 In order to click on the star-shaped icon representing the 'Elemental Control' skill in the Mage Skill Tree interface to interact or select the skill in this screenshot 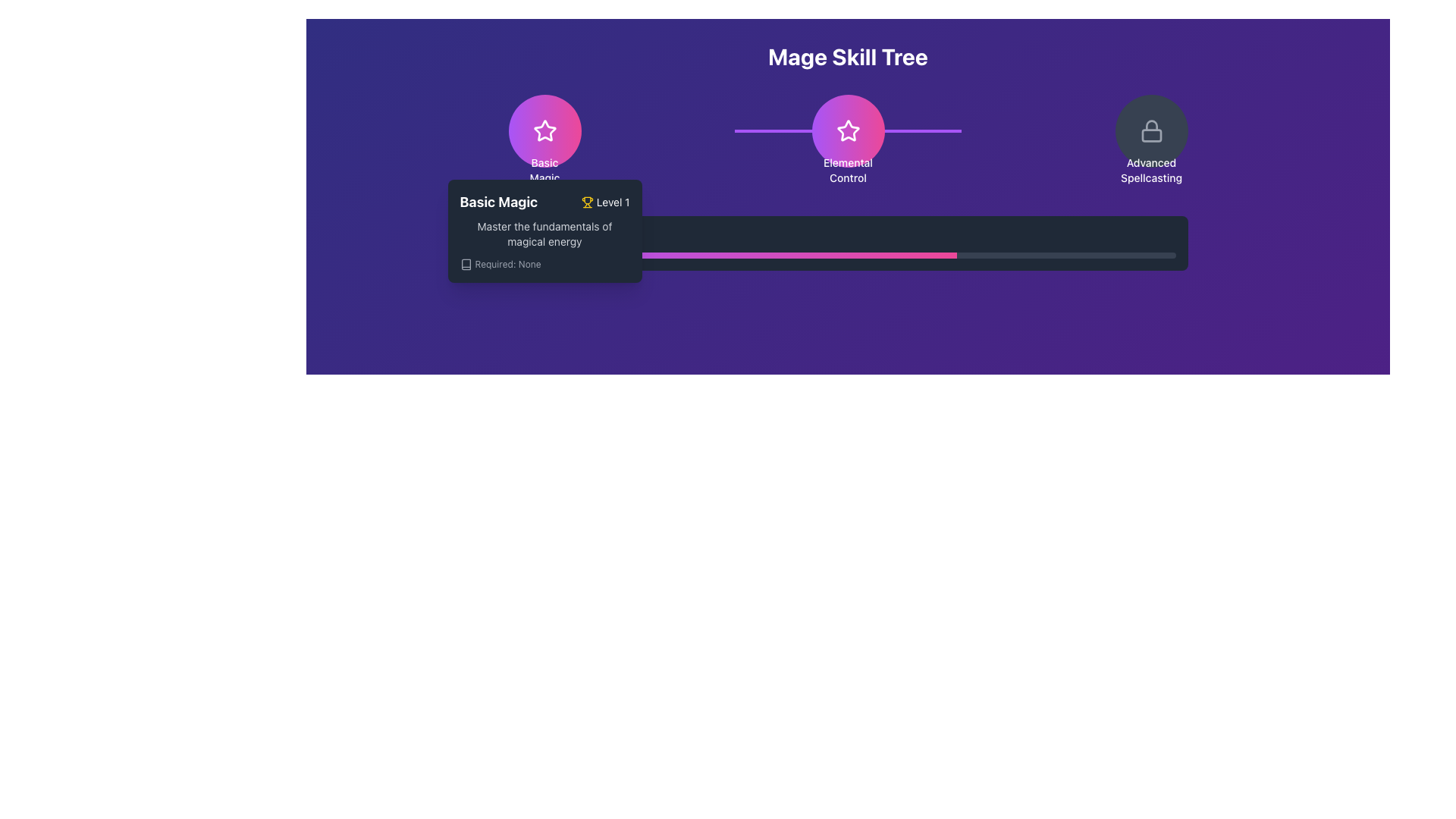, I will do `click(847, 130)`.